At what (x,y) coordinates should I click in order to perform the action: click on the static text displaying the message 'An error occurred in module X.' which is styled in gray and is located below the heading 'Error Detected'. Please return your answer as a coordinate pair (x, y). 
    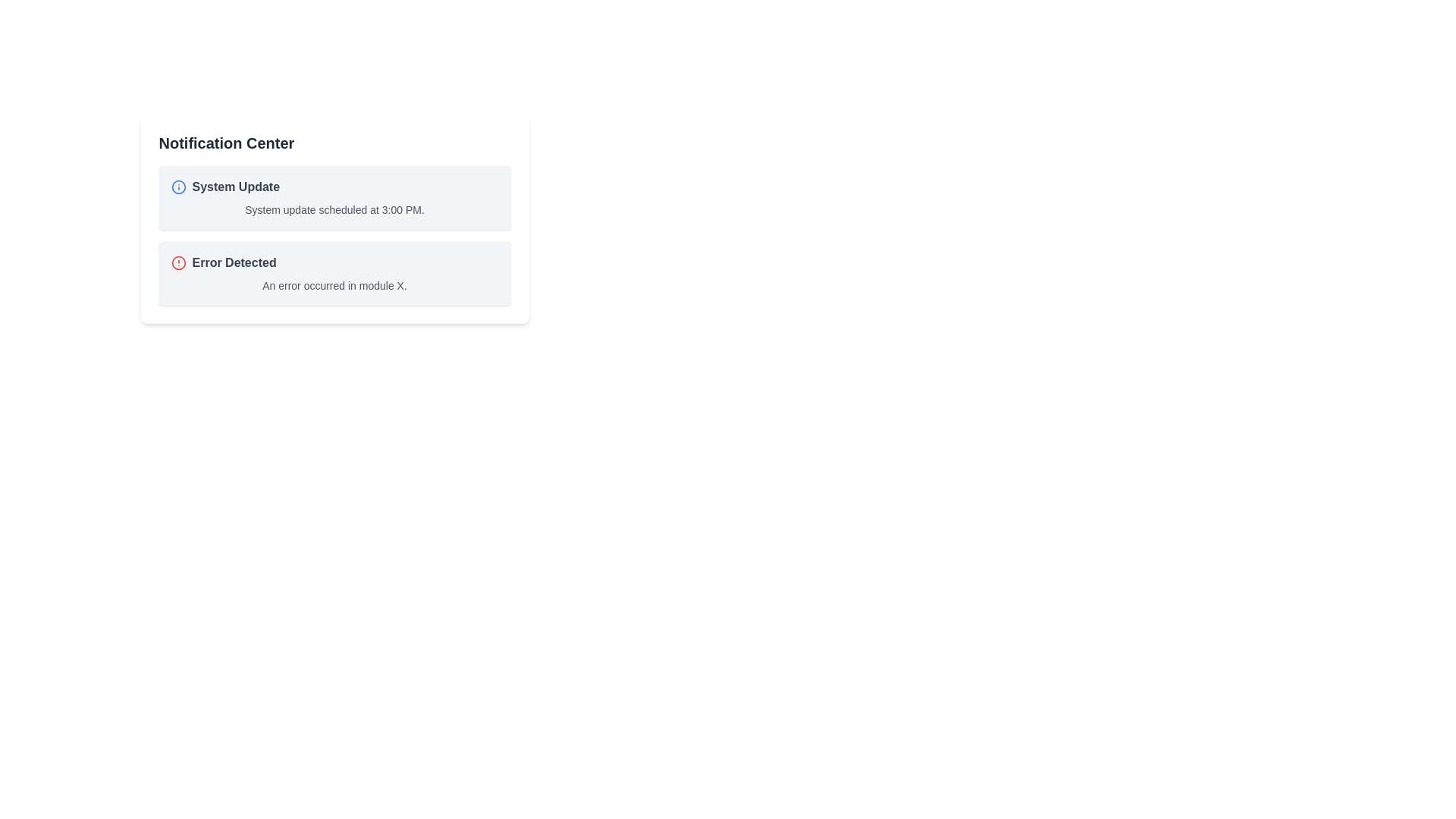
    Looking at the image, I should click on (334, 286).